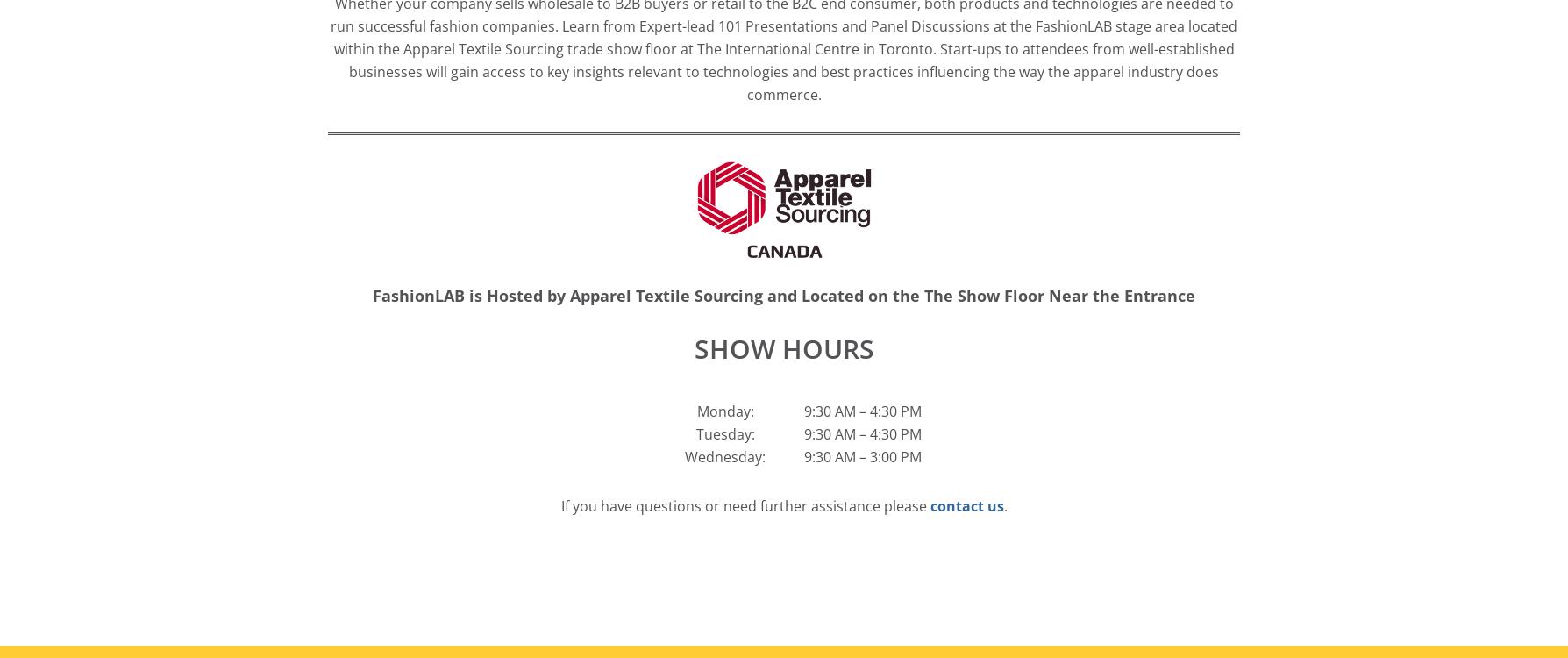  I want to click on 'SHOW HOURS', so click(782, 348).